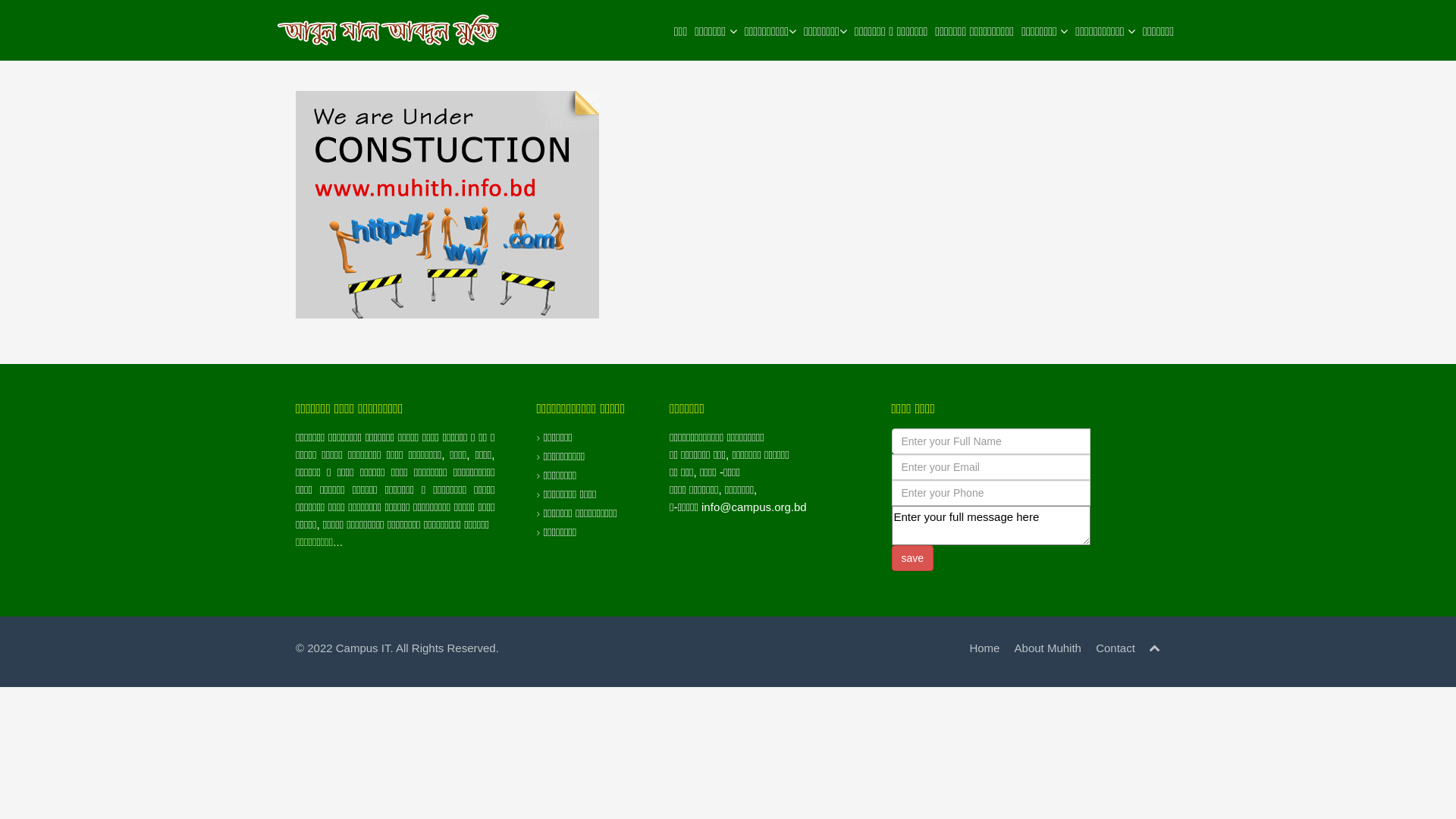 Image resolution: width=1456 pixels, height=819 pixels. I want to click on 'About Muhith', so click(1047, 648).